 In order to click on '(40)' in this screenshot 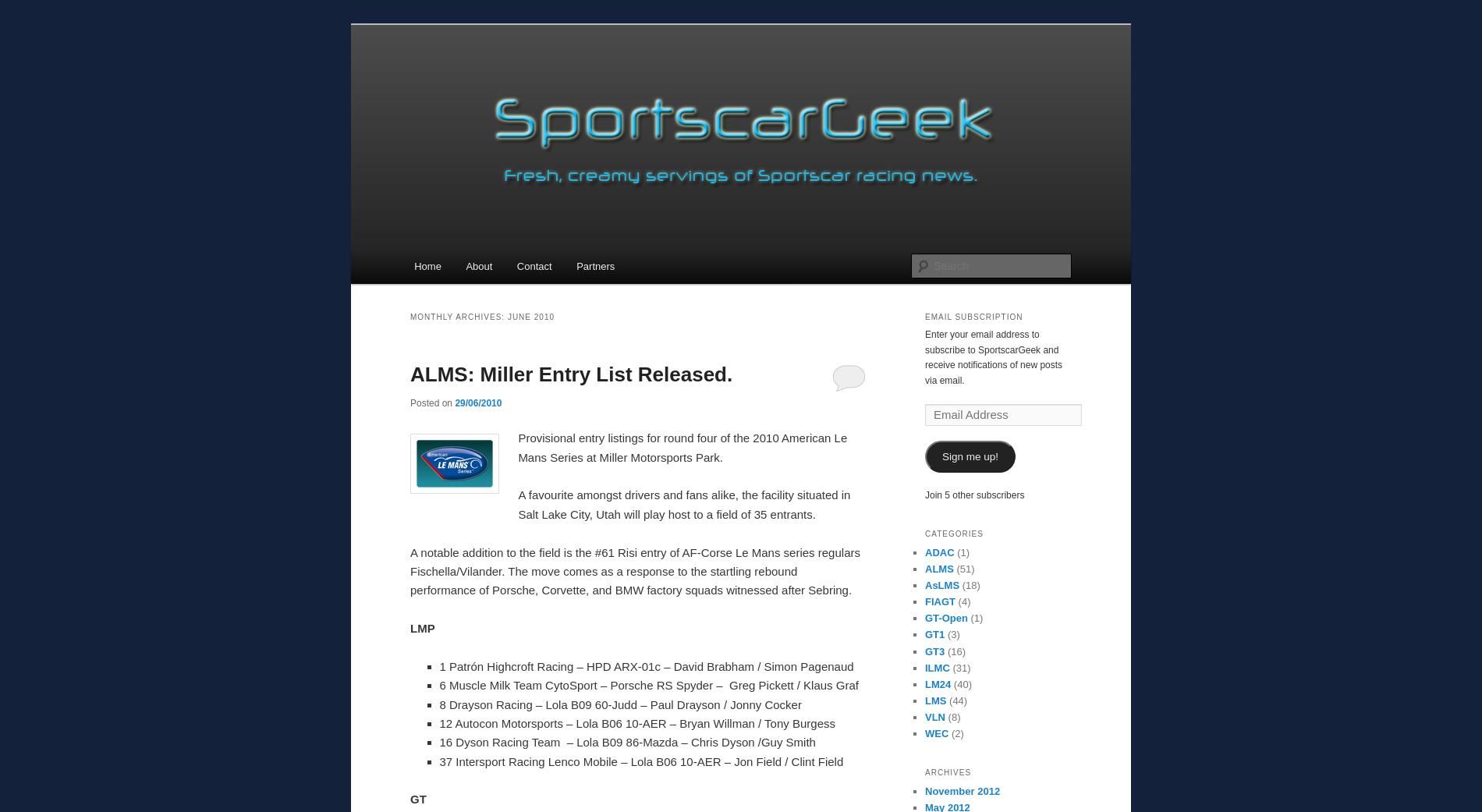, I will do `click(959, 683)`.